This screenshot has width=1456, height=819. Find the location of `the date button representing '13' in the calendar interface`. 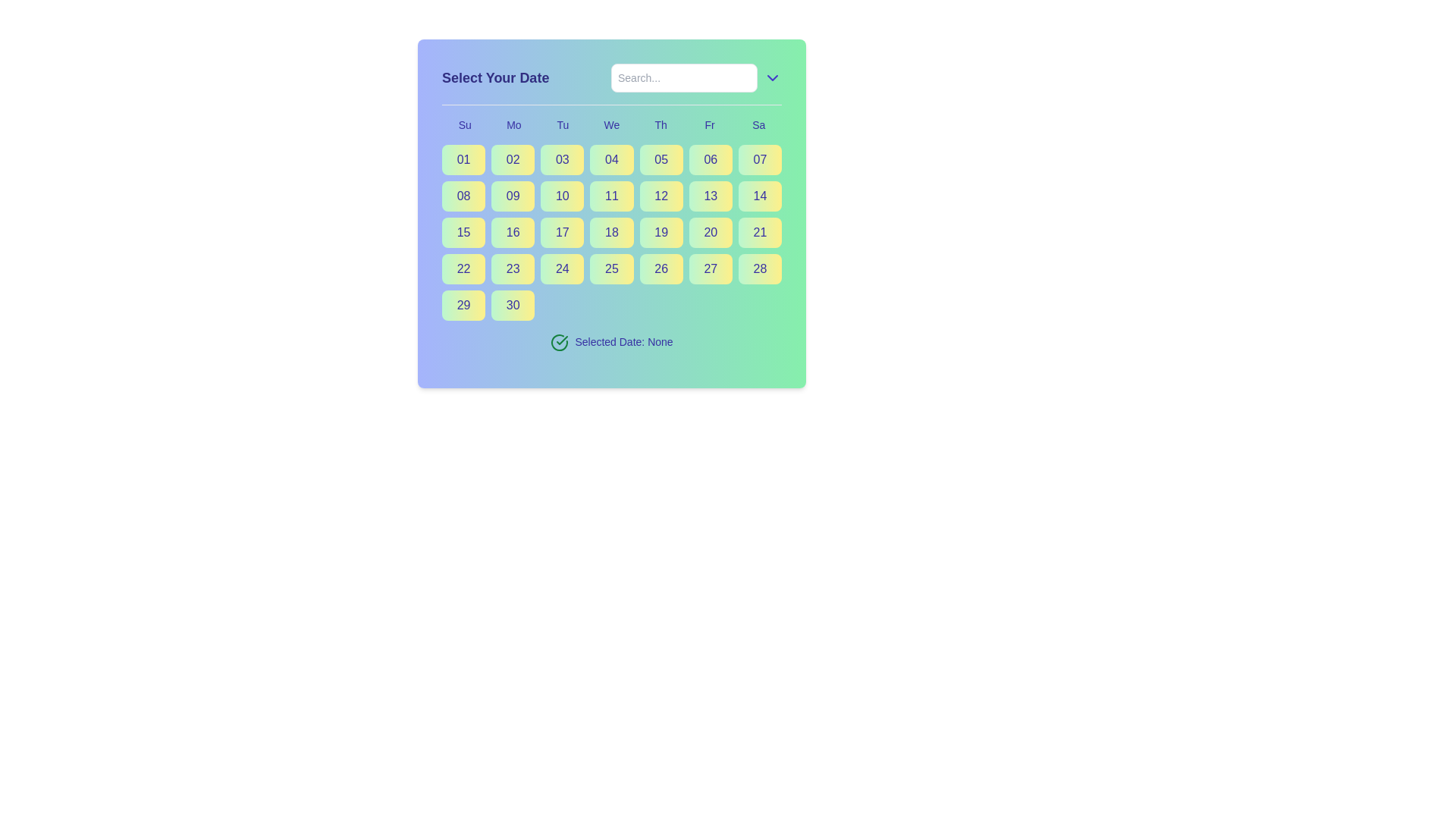

the date button representing '13' in the calendar interface is located at coordinates (709, 195).